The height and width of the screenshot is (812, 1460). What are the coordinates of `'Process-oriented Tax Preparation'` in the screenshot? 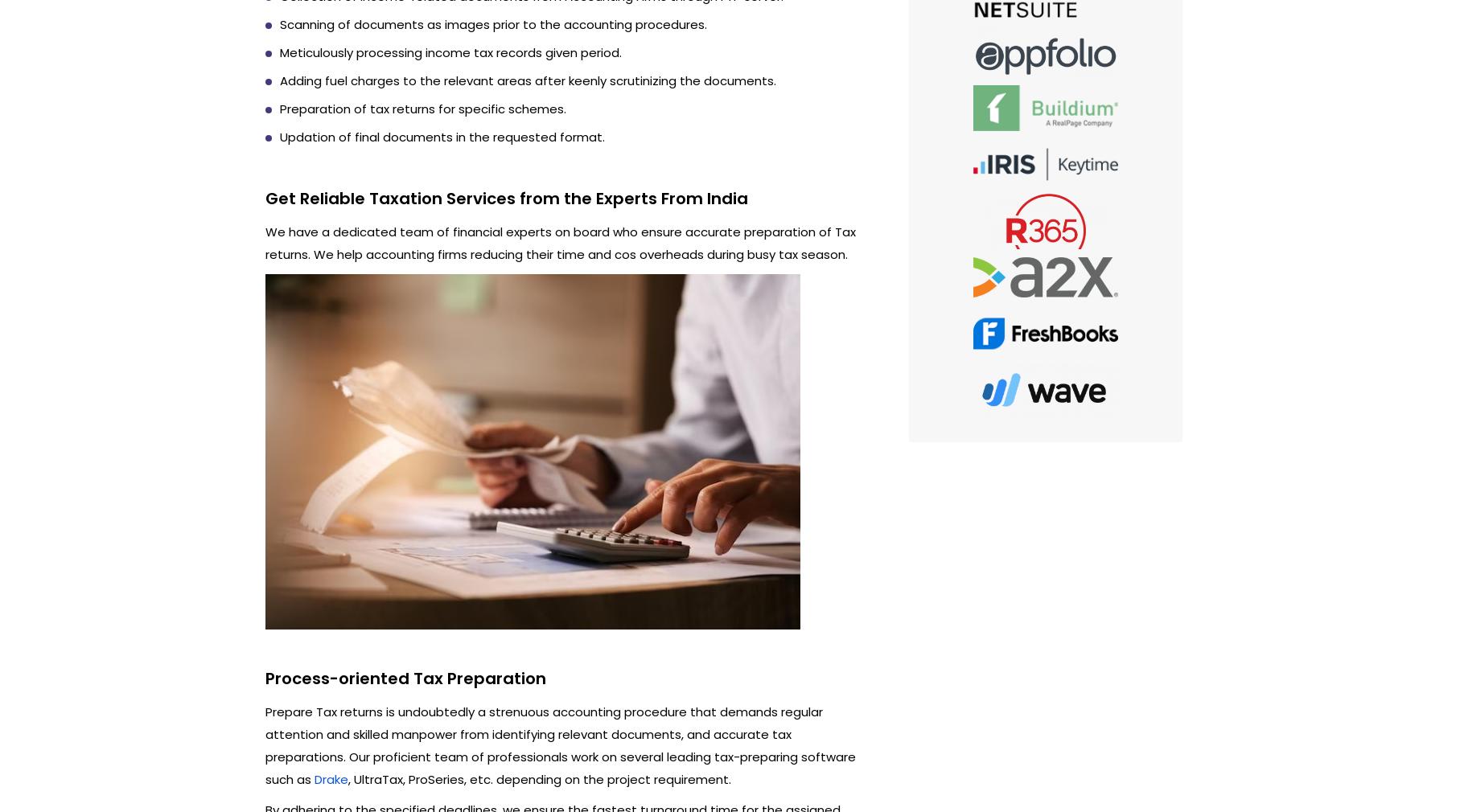 It's located at (264, 678).